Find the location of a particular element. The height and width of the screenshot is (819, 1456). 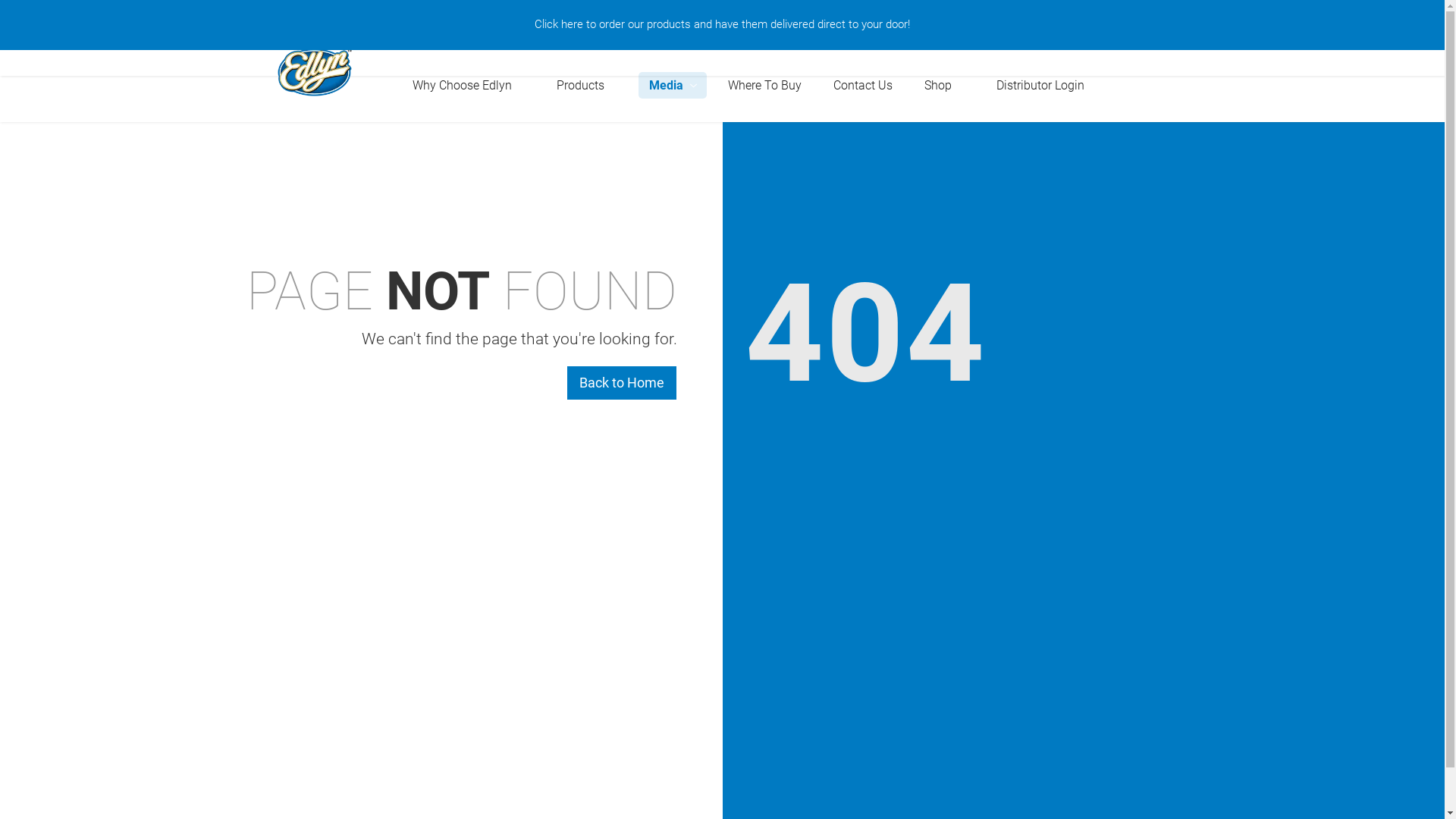

'Back to Home' is located at coordinates (621, 382).